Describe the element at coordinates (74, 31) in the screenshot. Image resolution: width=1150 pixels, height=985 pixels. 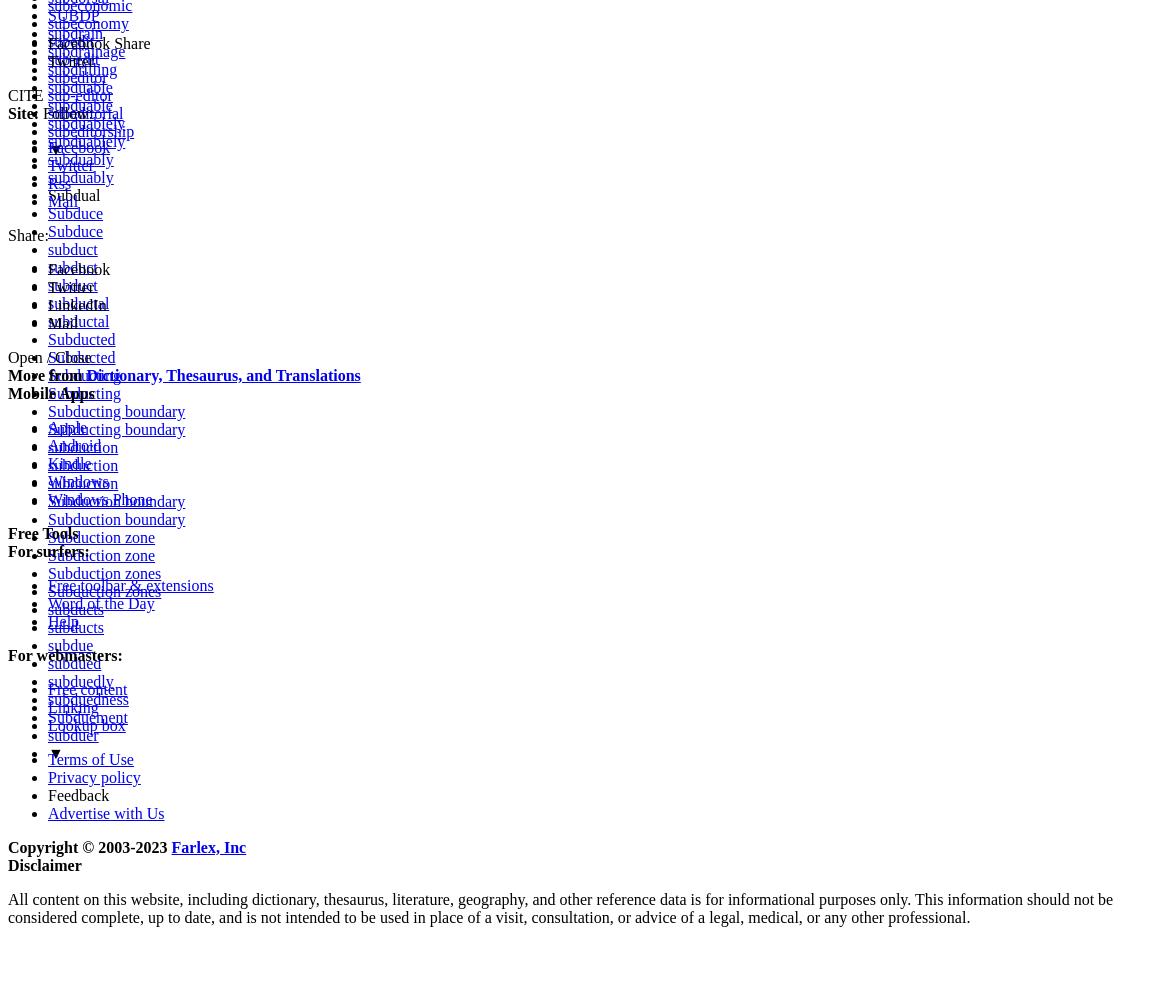
I see `'subdrain'` at that location.